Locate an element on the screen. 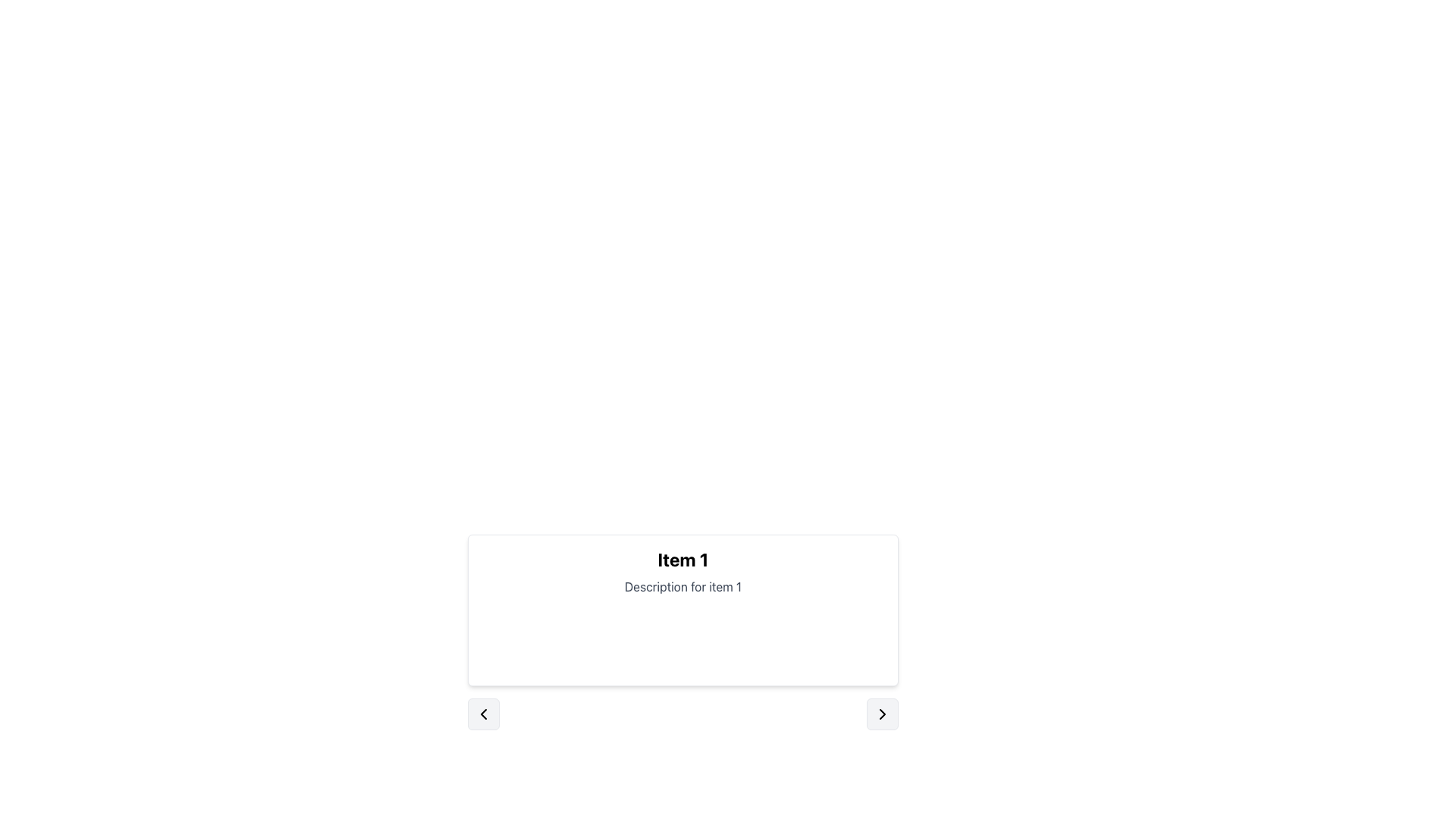 The height and width of the screenshot is (819, 1456). the left-pointing arrow button located in the bottom-left corner of the dual-button navigation area beneath the 'Item 1' content card is located at coordinates (483, 714).